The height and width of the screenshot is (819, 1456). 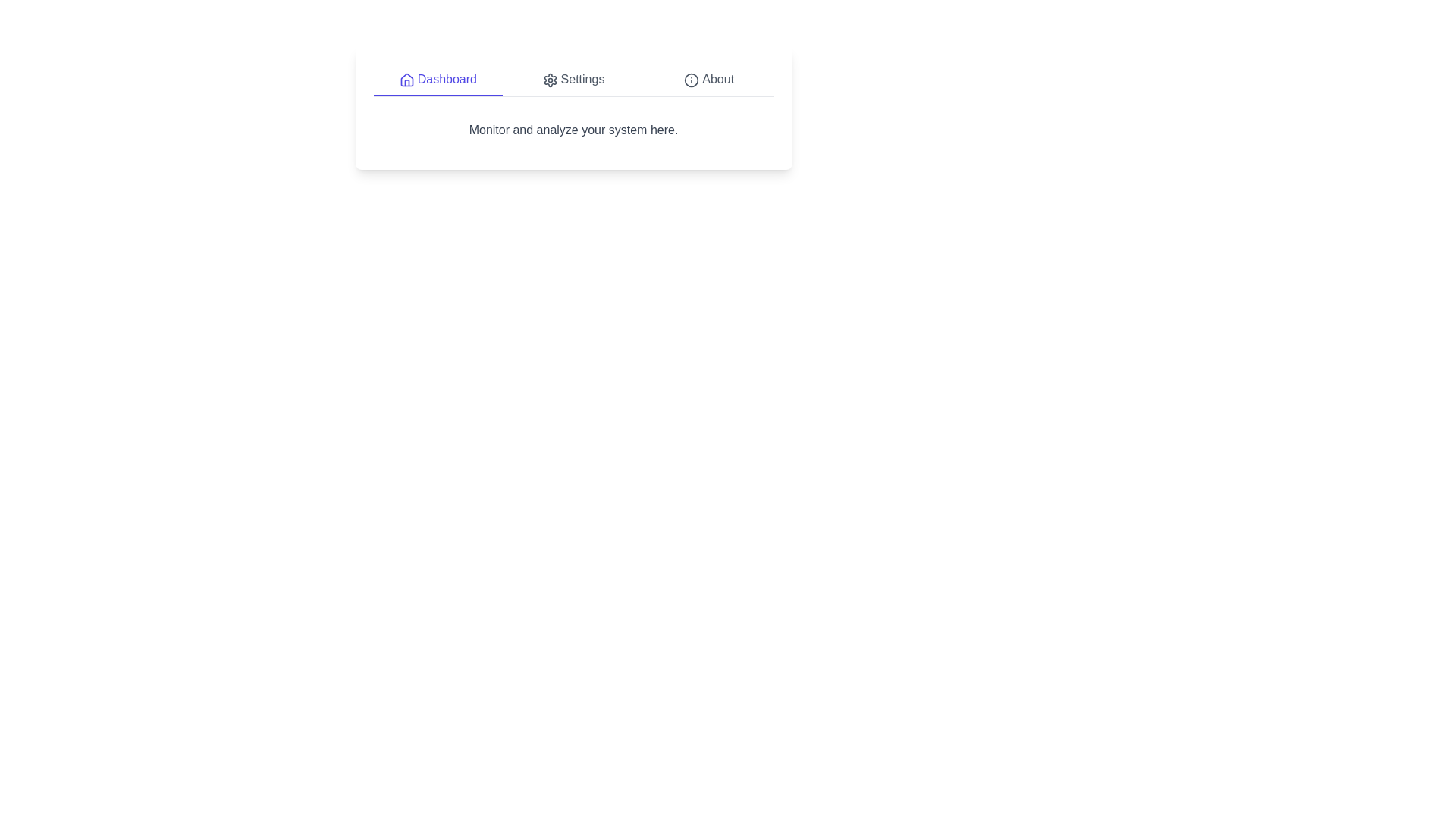 What do you see at coordinates (437, 80) in the screenshot?
I see `the Dashboard tab to navigate to its content` at bounding box center [437, 80].